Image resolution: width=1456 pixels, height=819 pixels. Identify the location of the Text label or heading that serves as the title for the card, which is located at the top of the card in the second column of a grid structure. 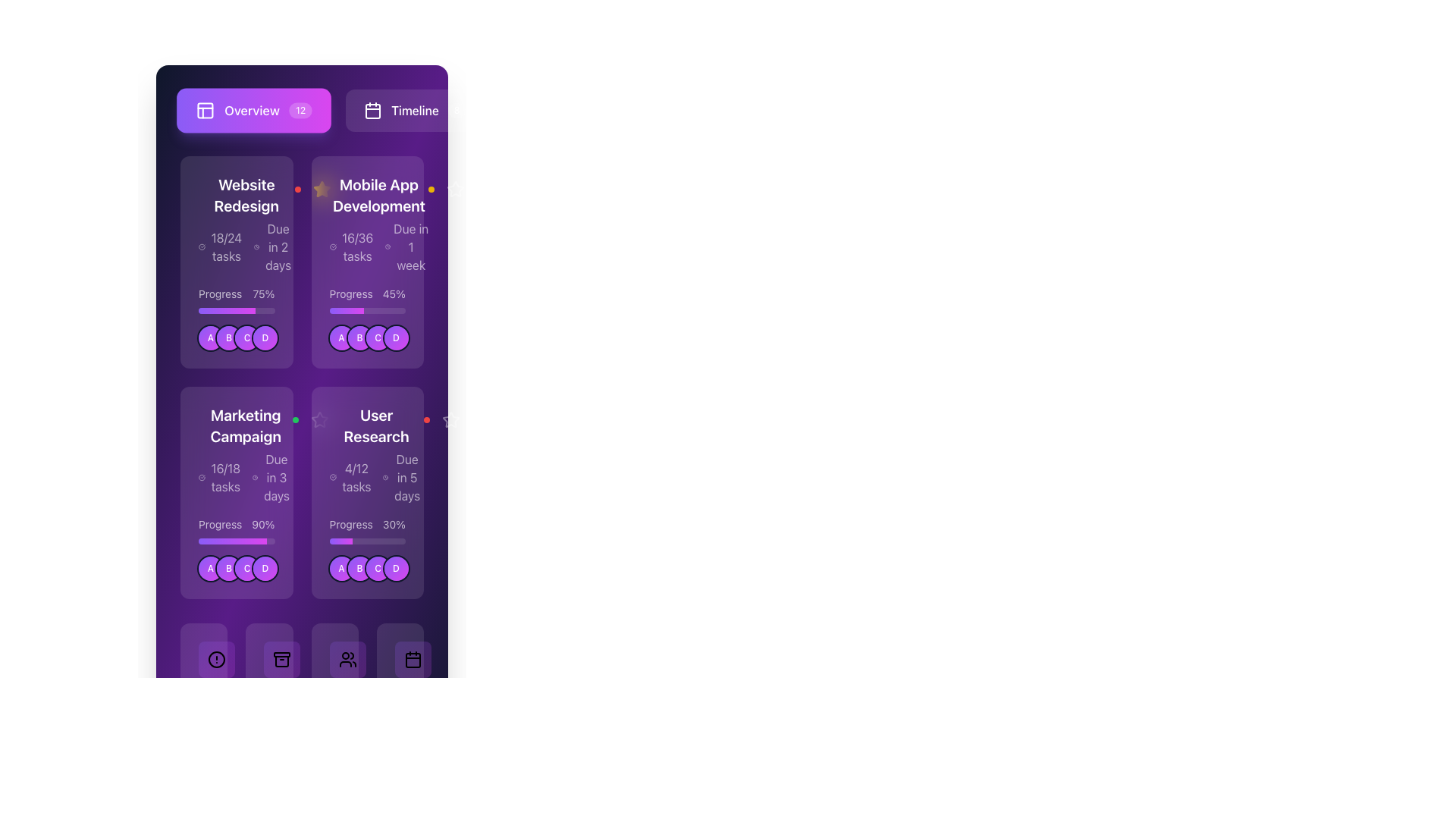
(378, 195).